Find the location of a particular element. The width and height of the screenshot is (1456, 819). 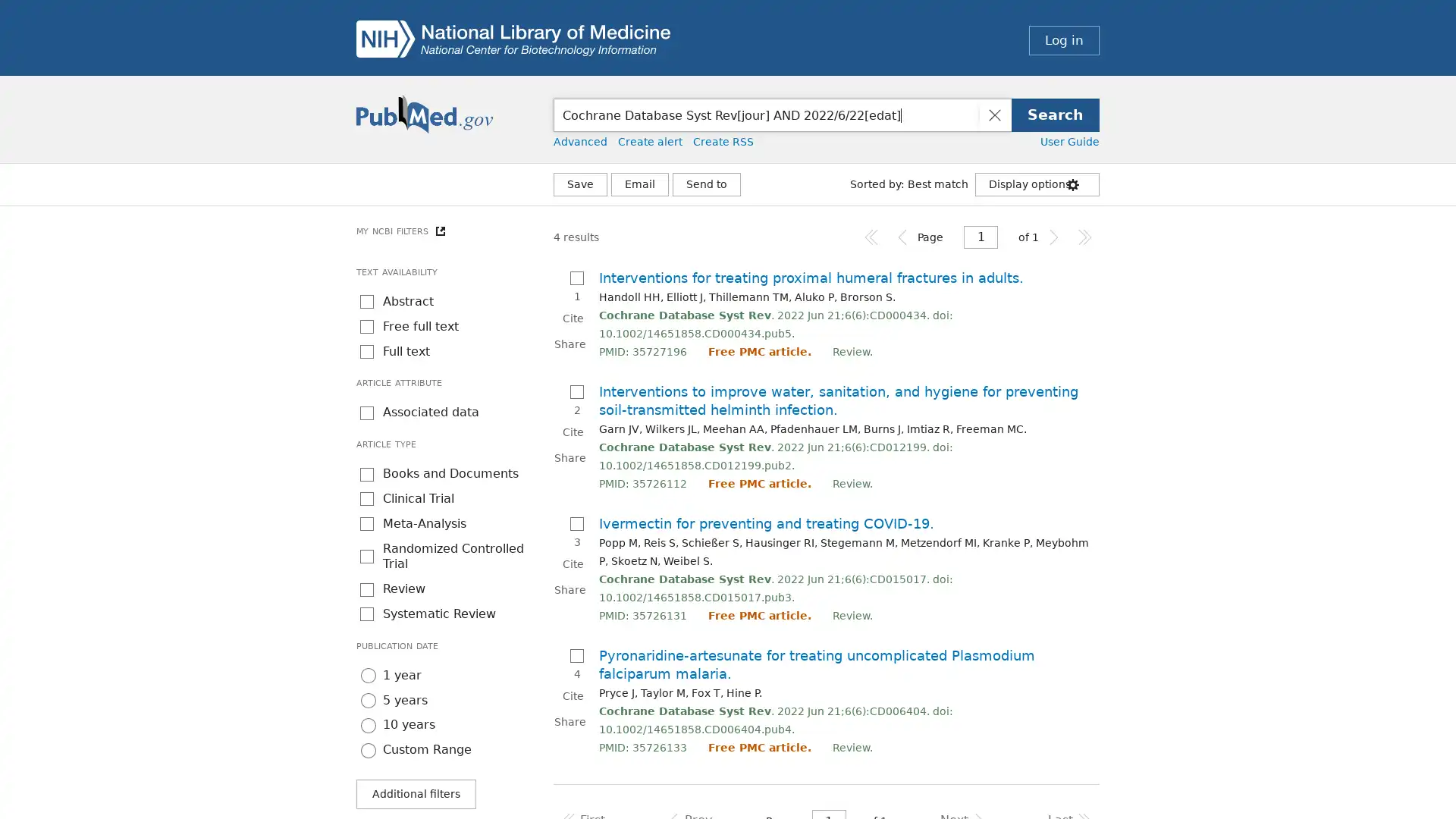

Display options is located at coordinates (1037, 184).